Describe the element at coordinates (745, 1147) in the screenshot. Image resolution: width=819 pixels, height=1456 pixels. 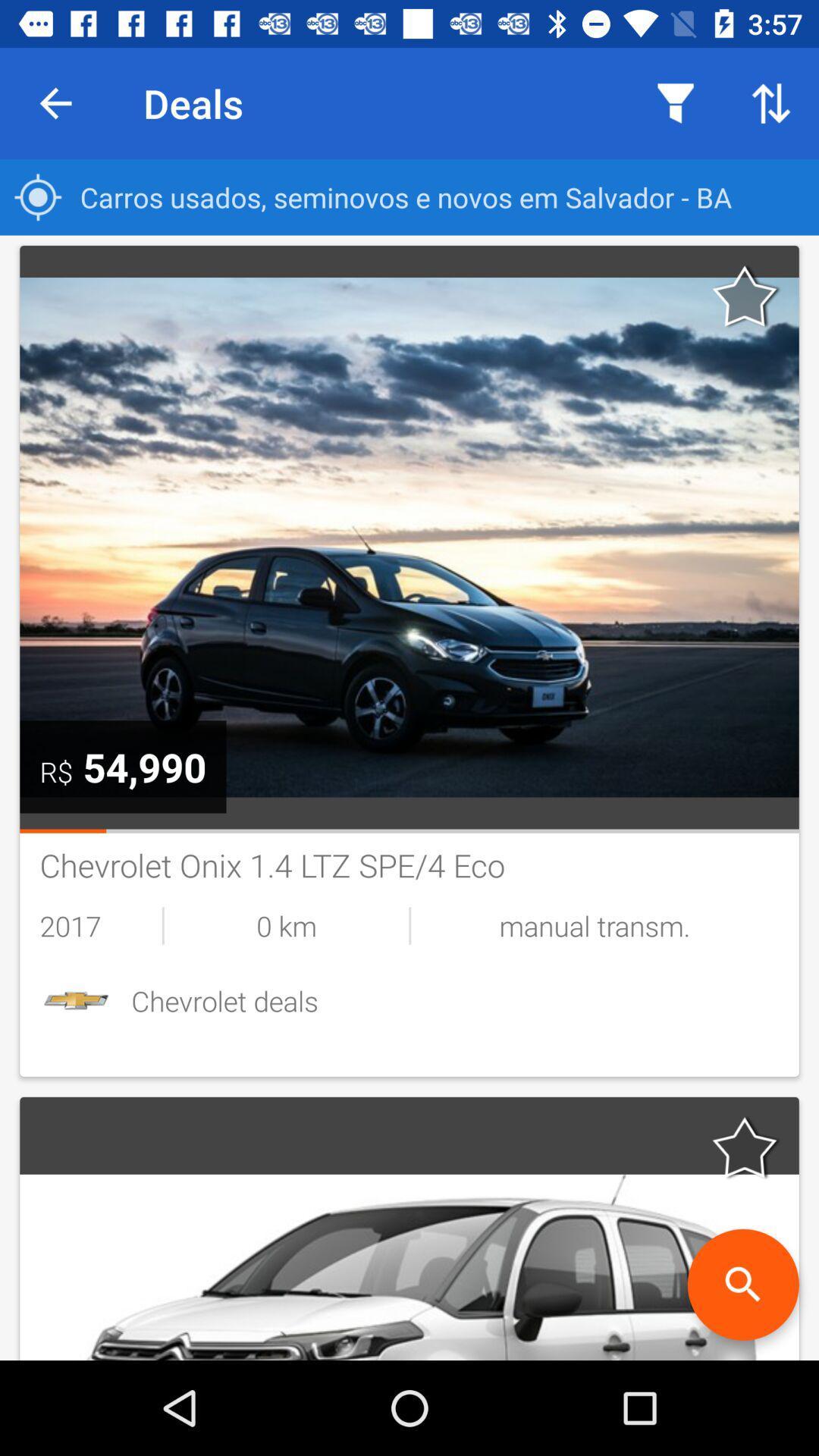
I see `as favorite` at that location.